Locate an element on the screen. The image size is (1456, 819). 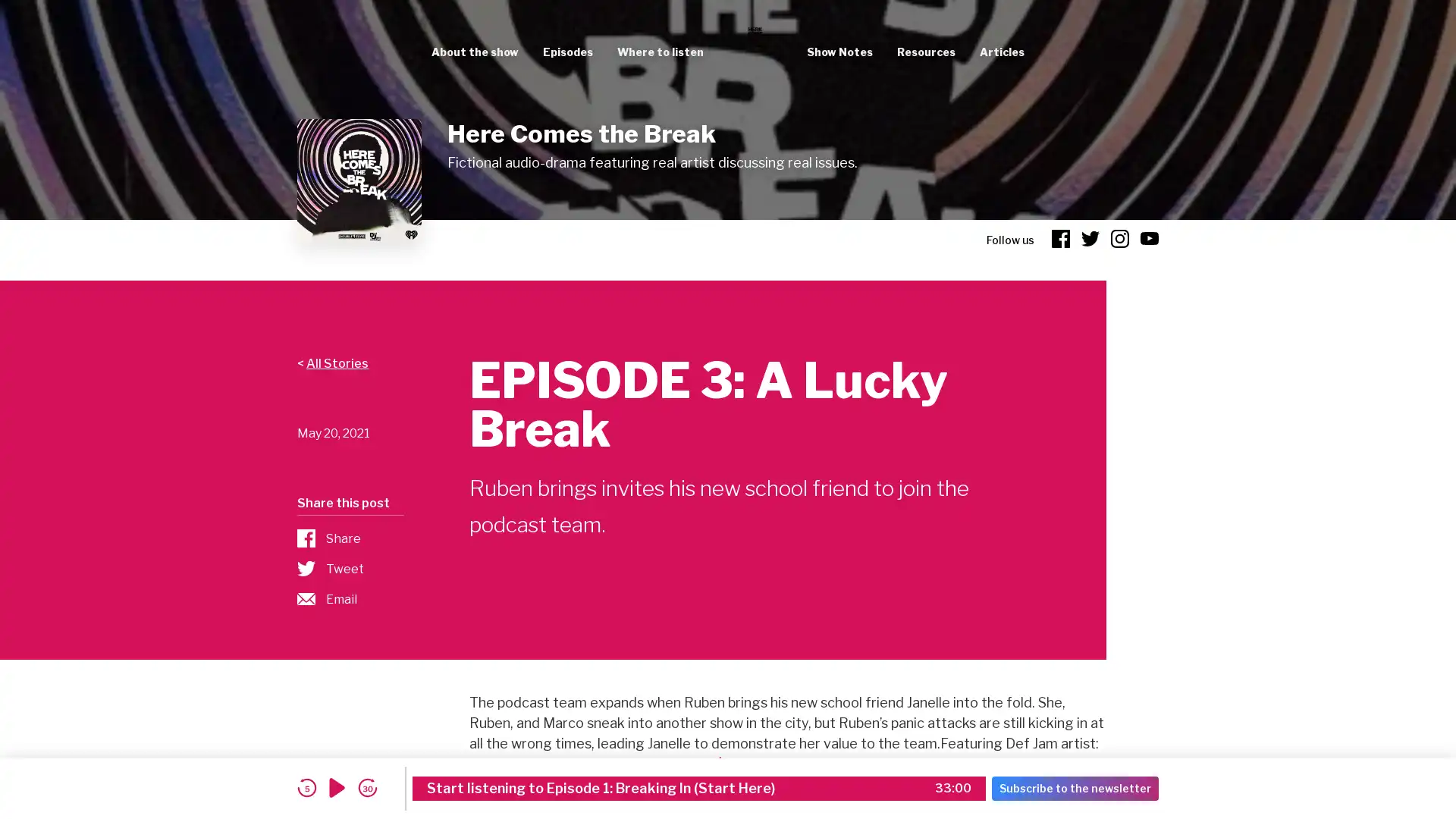
skip forward 30 seconds is located at coordinates (367, 787).